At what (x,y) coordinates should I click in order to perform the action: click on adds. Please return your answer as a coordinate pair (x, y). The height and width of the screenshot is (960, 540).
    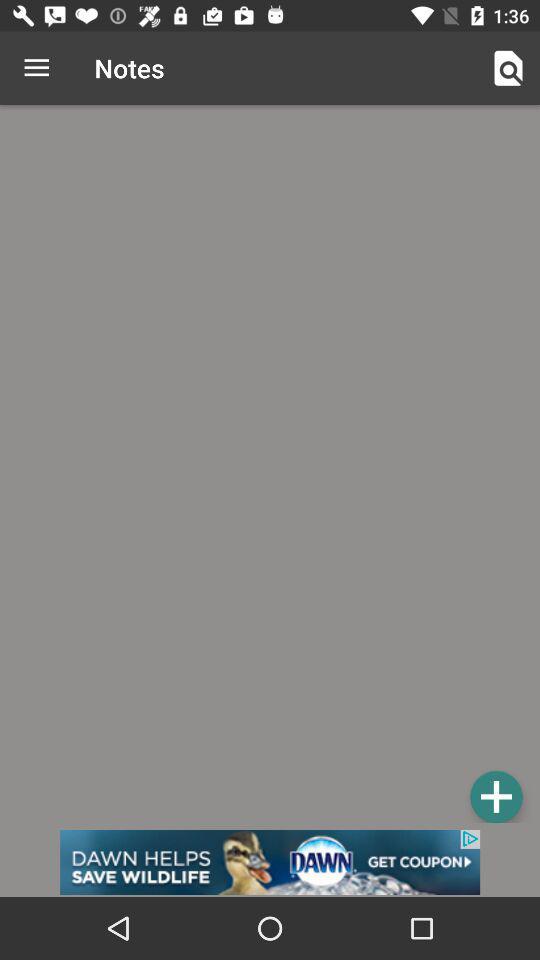
    Looking at the image, I should click on (495, 796).